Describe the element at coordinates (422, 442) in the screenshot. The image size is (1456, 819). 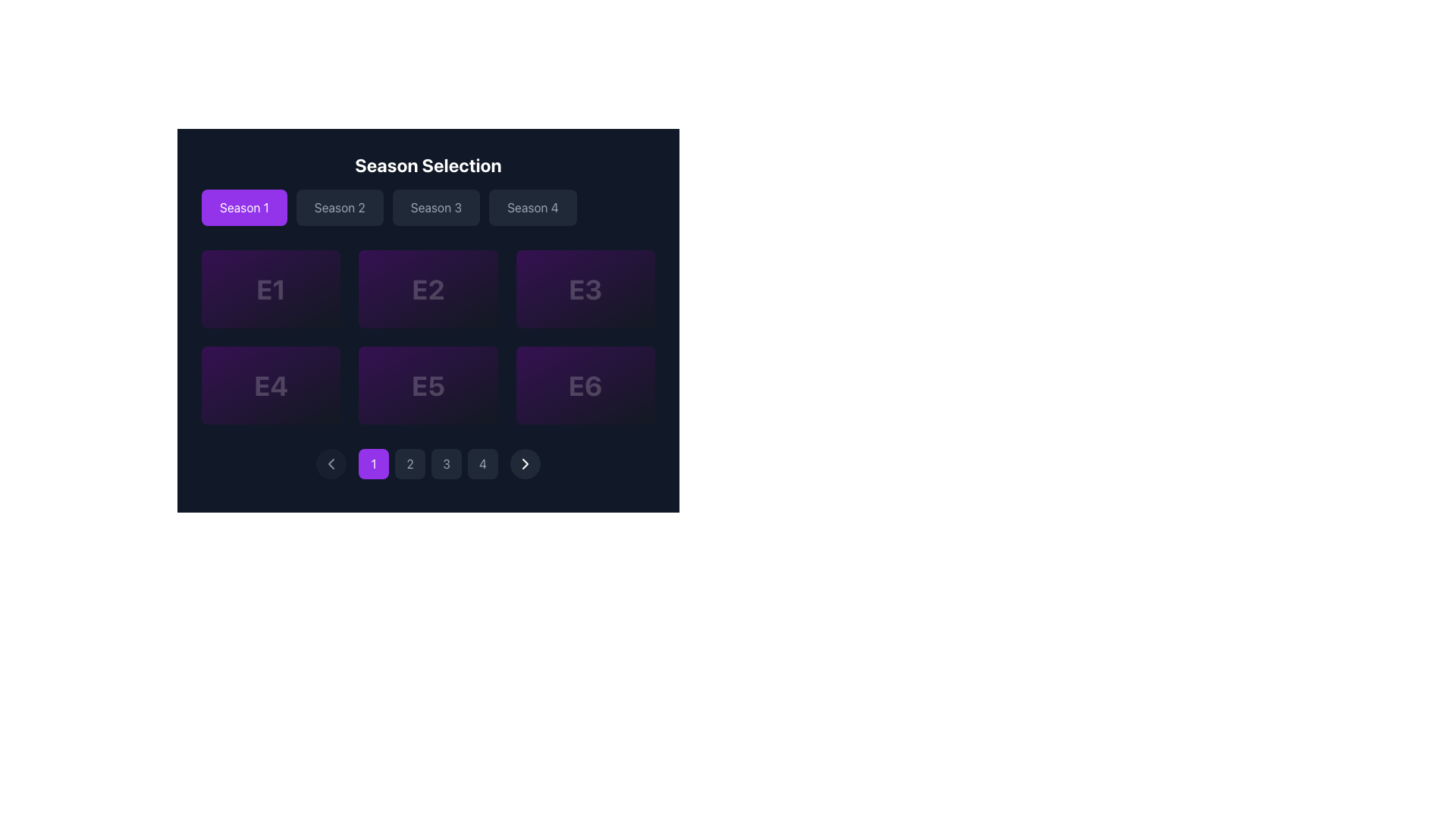
I see `the circular graphical element within the pagination navigation bar that is centered around the pagination button labeled '2'` at that location.